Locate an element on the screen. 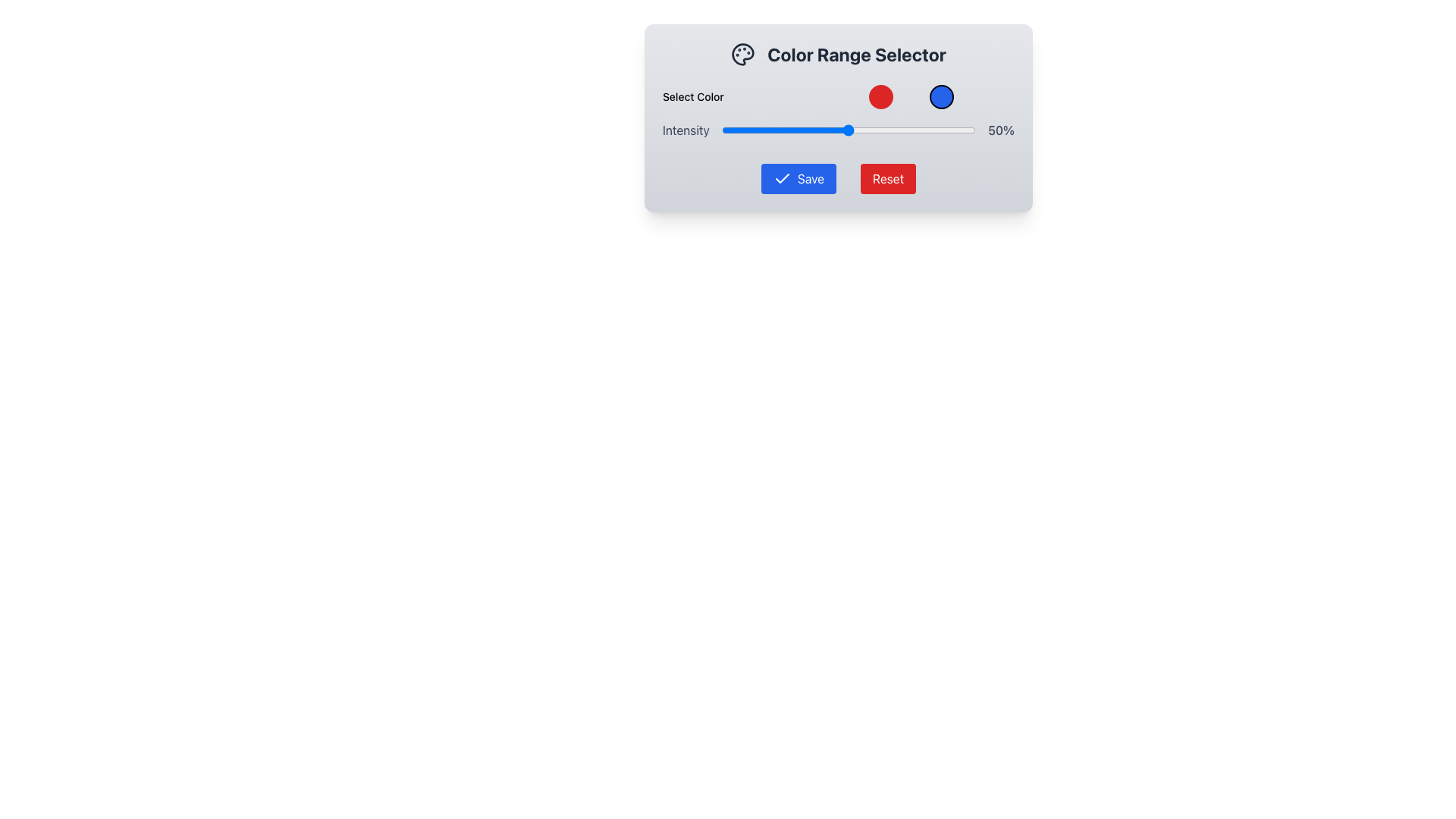  'Color Range Selector' icon located to the left of the title text in the header area of the modal dialog for accessibility purposes is located at coordinates (743, 54).